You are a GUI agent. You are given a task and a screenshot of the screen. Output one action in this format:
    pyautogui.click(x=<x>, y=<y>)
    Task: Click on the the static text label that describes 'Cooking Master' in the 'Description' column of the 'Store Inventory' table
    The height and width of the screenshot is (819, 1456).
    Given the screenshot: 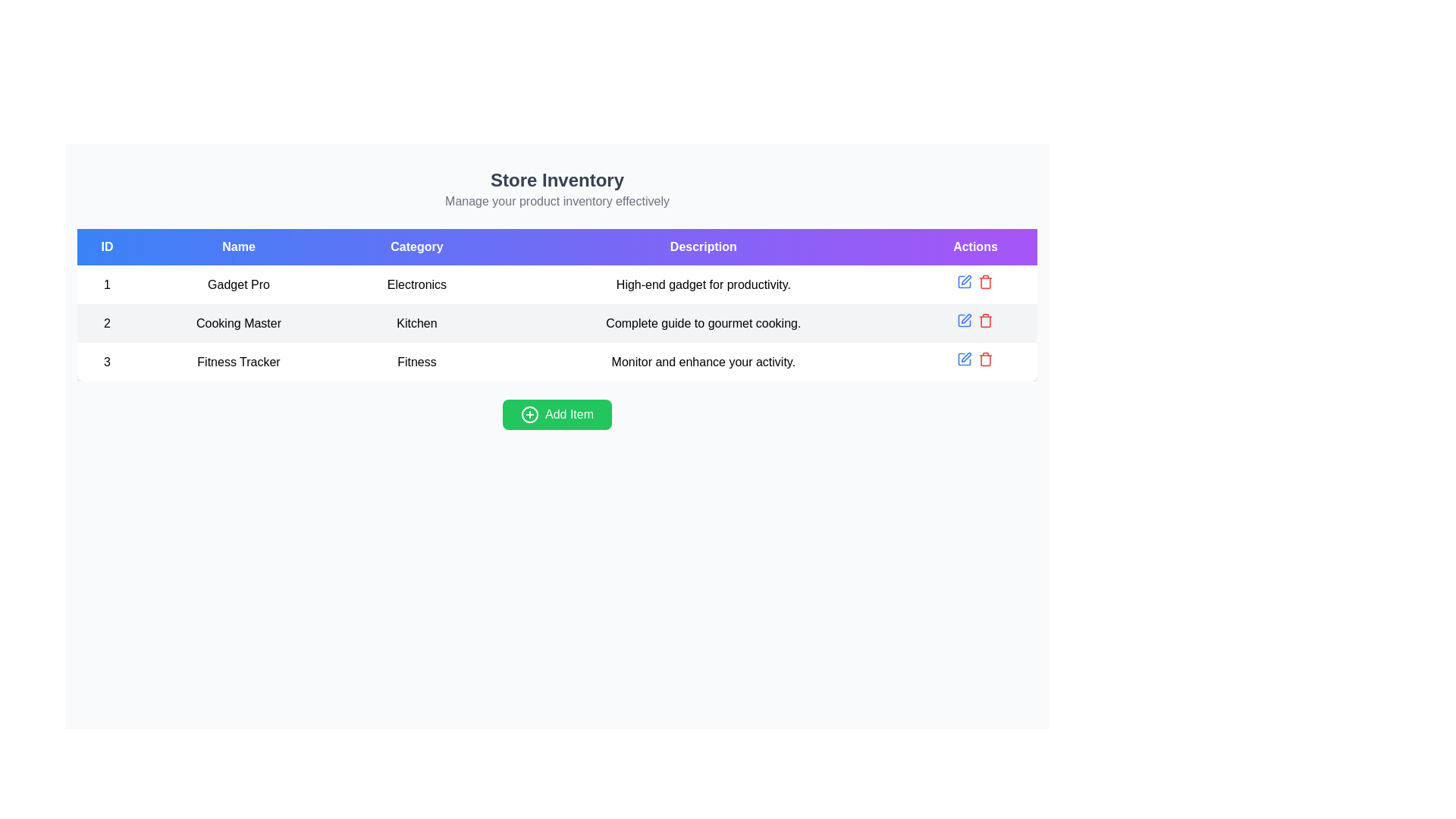 What is the action you would take?
    pyautogui.click(x=702, y=322)
    